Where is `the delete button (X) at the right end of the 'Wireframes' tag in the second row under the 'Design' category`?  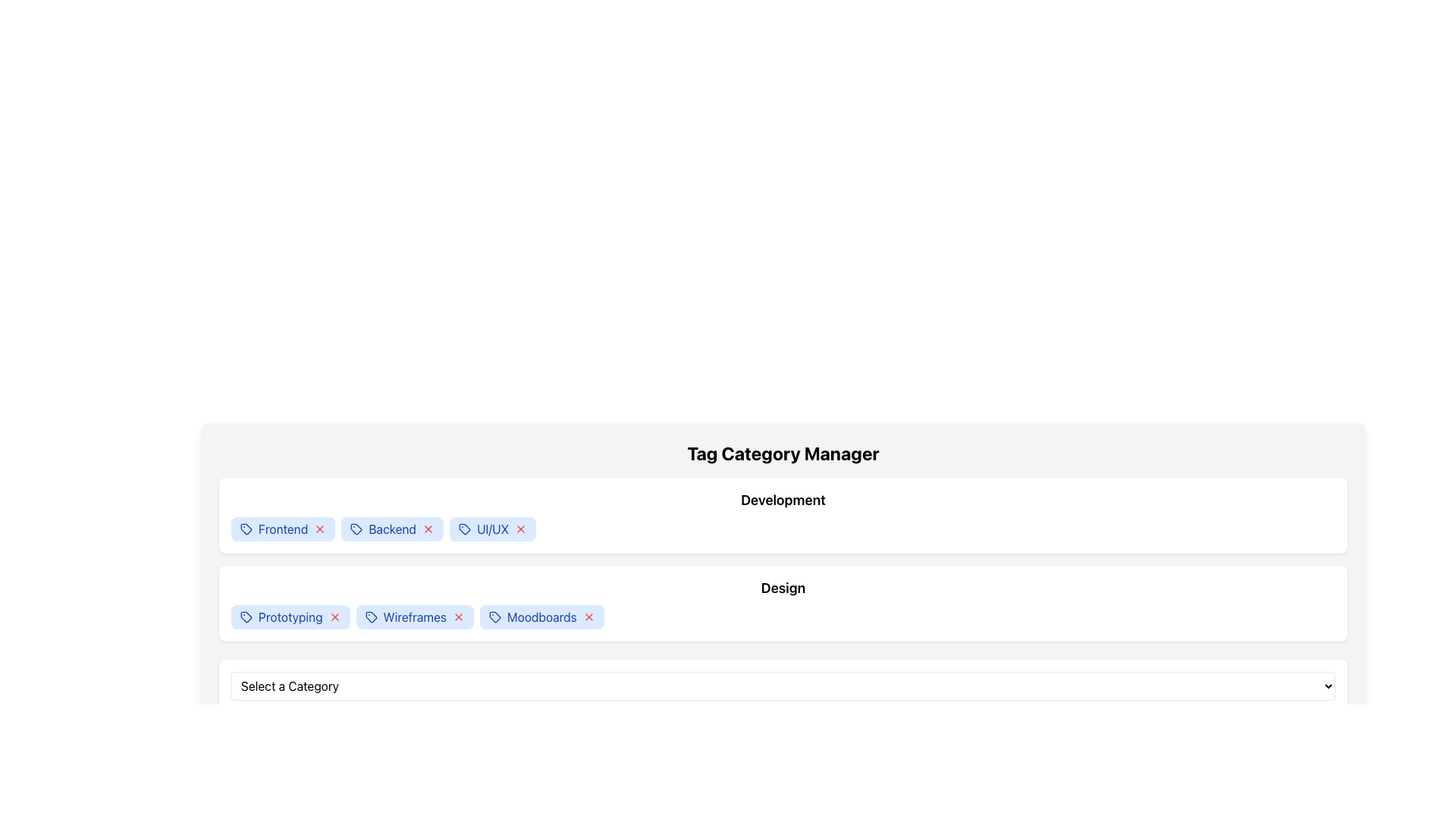
the delete button (X) at the right end of the 'Wireframes' tag in the second row under the 'Design' category is located at coordinates (457, 617).